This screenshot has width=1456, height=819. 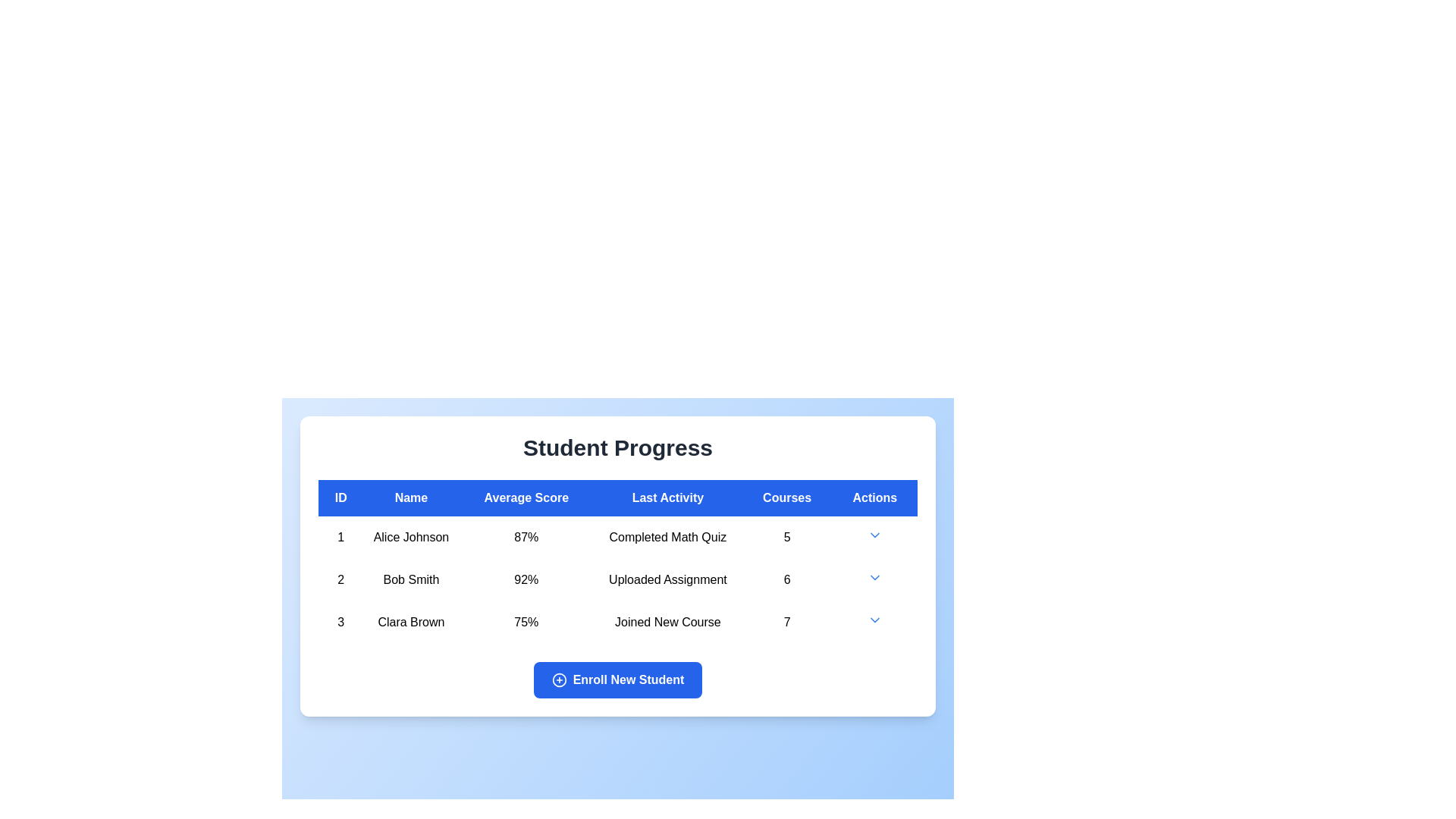 What do you see at coordinates (874, 537) in the screenshot?
I see `the dropdown toggle button in the 'Actions' column for 'Alice Johnson' in the first row` at bounding box center [874, 537].